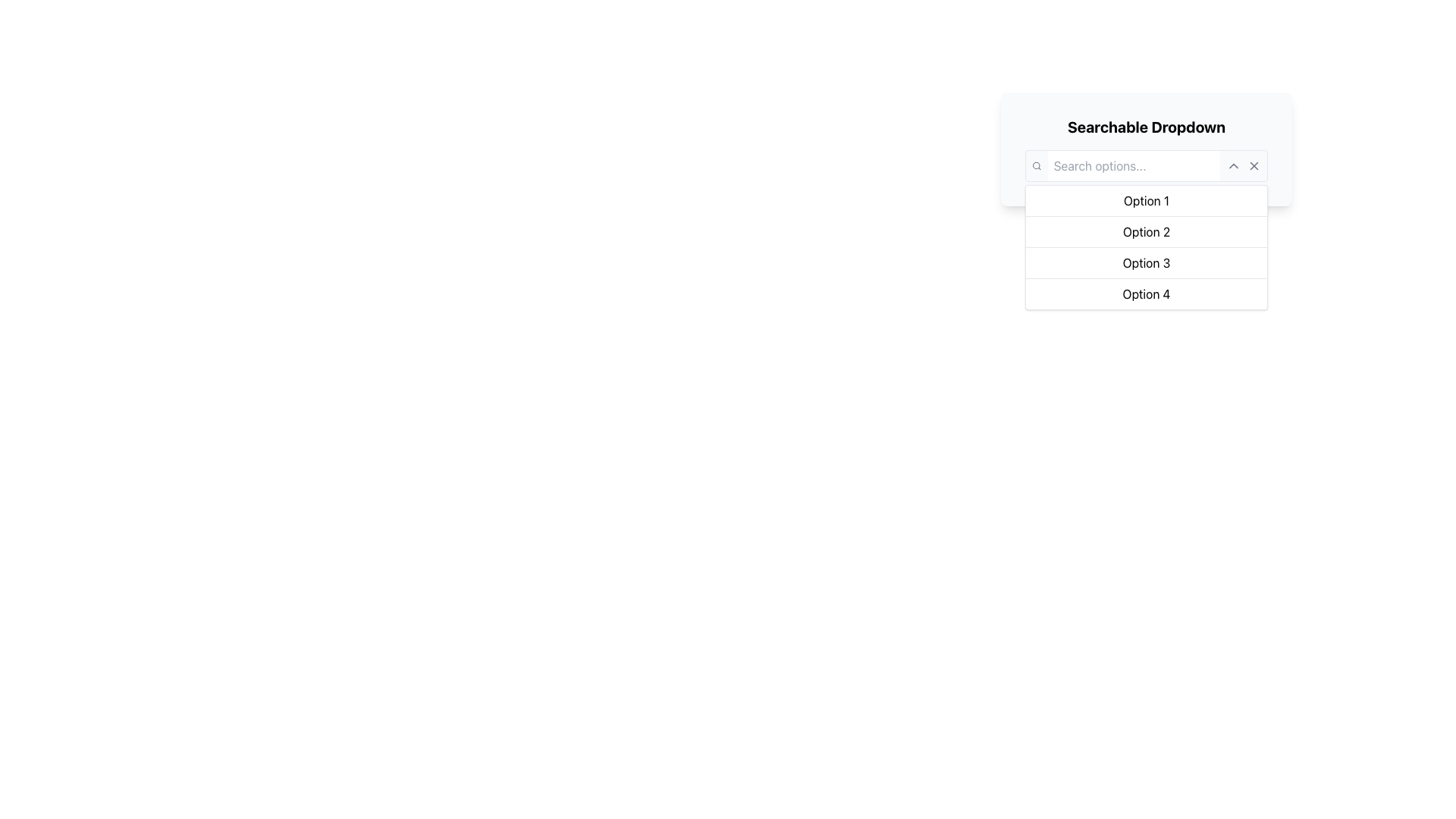 This screenshot has height=819, width=1456. Describe the element at coordinates (1036, 166) in the screenshot. I see `the search icon located inside the 'Searchable Dropdown' input field, positioned at the left side before the placeholder text 'Search options...'` at that location.